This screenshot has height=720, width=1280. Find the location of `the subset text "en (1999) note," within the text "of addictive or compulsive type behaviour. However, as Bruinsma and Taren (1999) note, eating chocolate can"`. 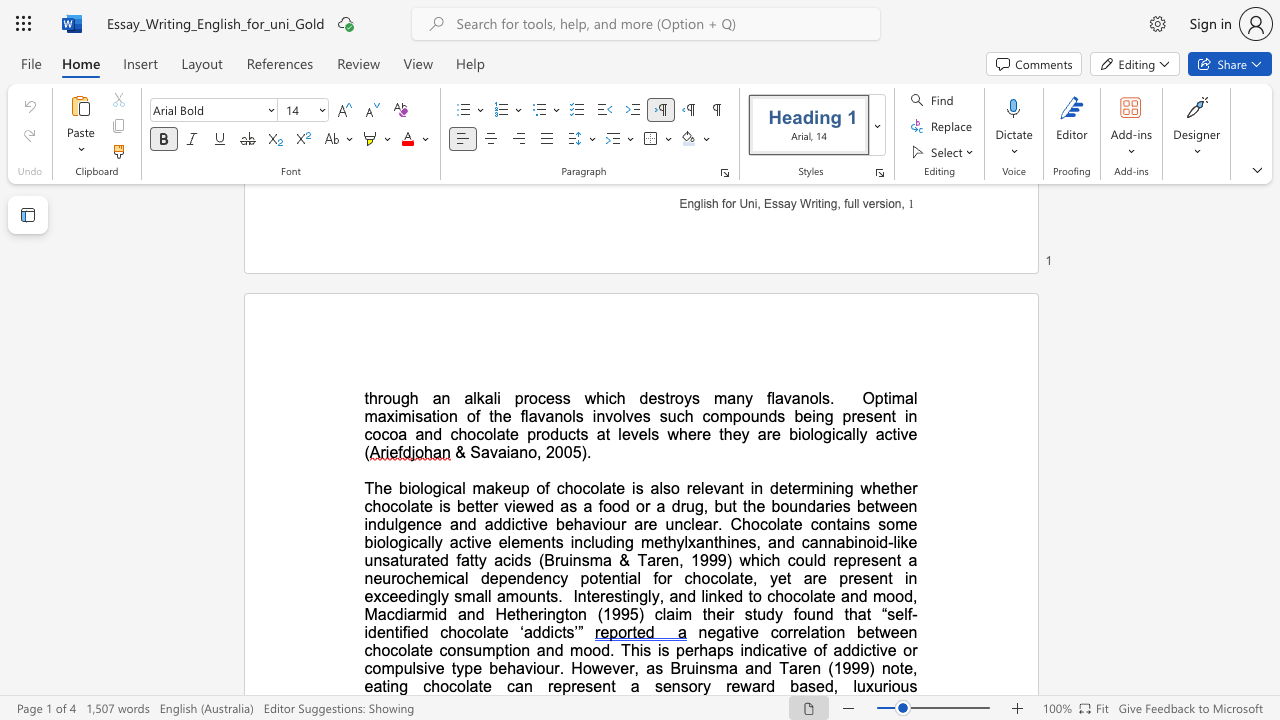

the subset text "en (1999) note," within the text "of addictive or compulsive type behaviour. However, as Bruinsma and Taren (1999) note, eating chocolate can" is located at coordinates (803, 668).